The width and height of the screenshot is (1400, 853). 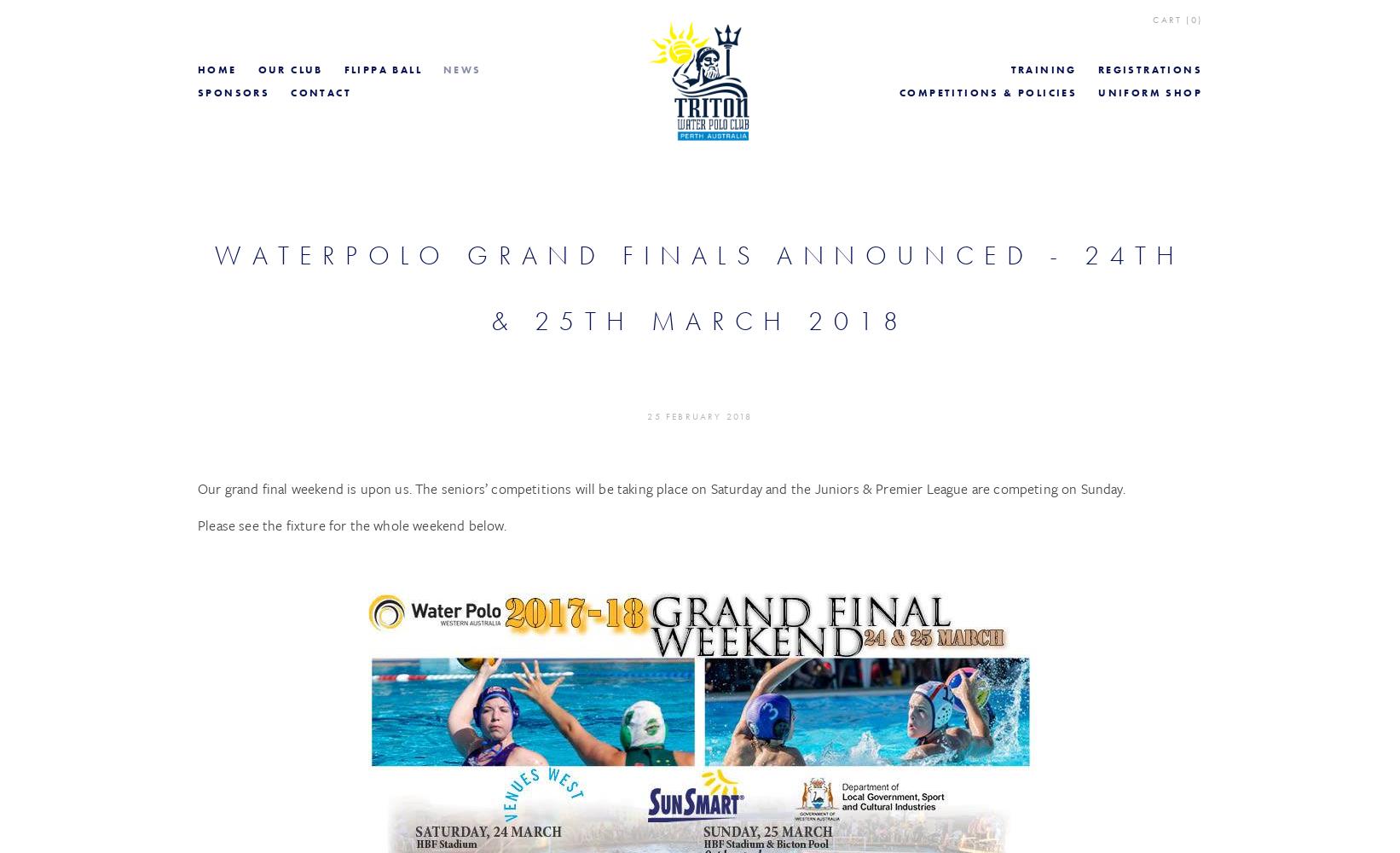 What do you see at coordinates (698, 287) in the screenshot?
I see `'Waterpolo Grand finals Announced - 24th & 25th March 2018'` at bounding box center [698, 287].